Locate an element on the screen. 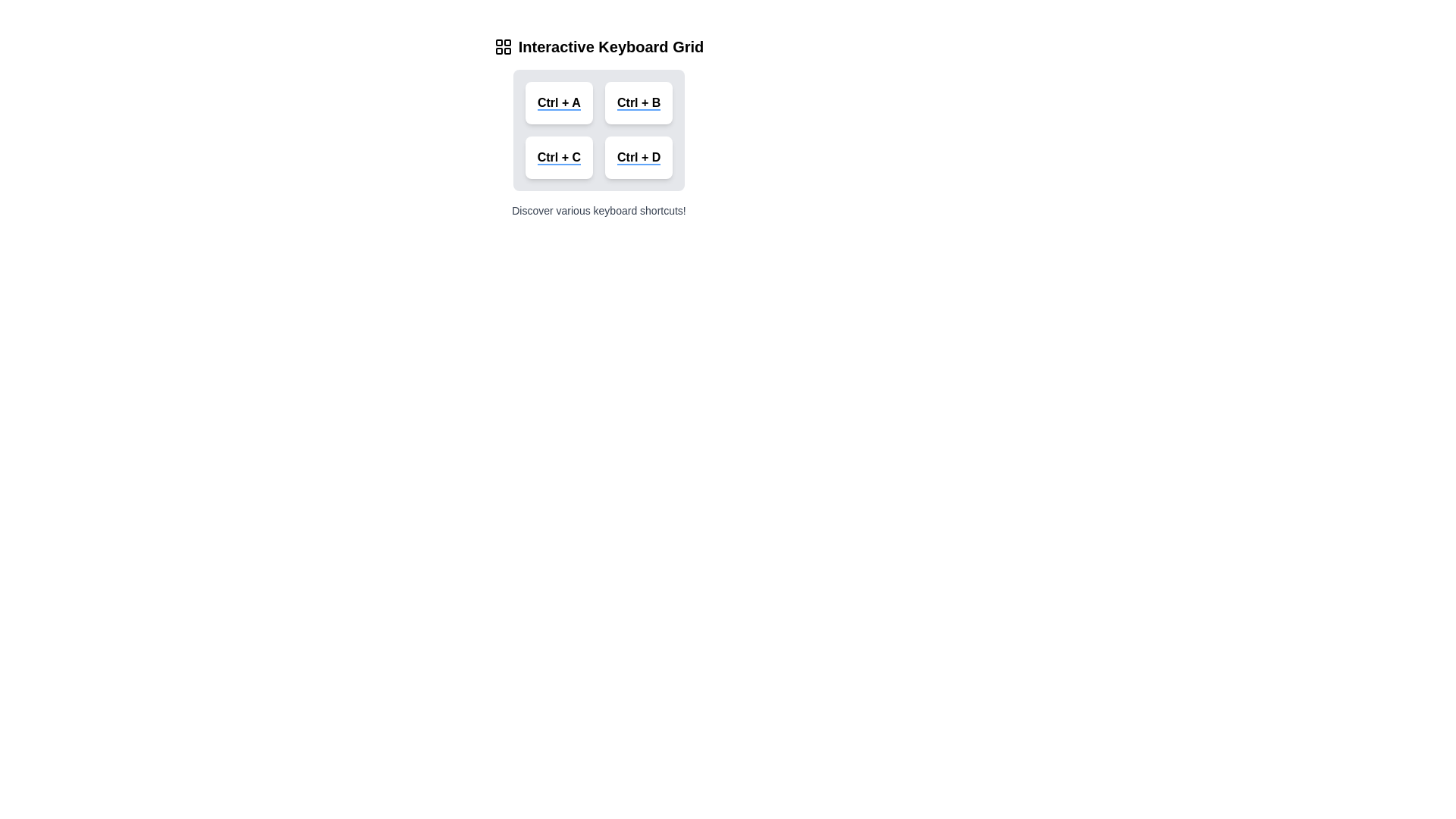  the text label 'Ctrl + C' located in the third button of the grid, in the second row, left column of the 'Interactive Keyboard Grid' is located at coordinates (558, 158).